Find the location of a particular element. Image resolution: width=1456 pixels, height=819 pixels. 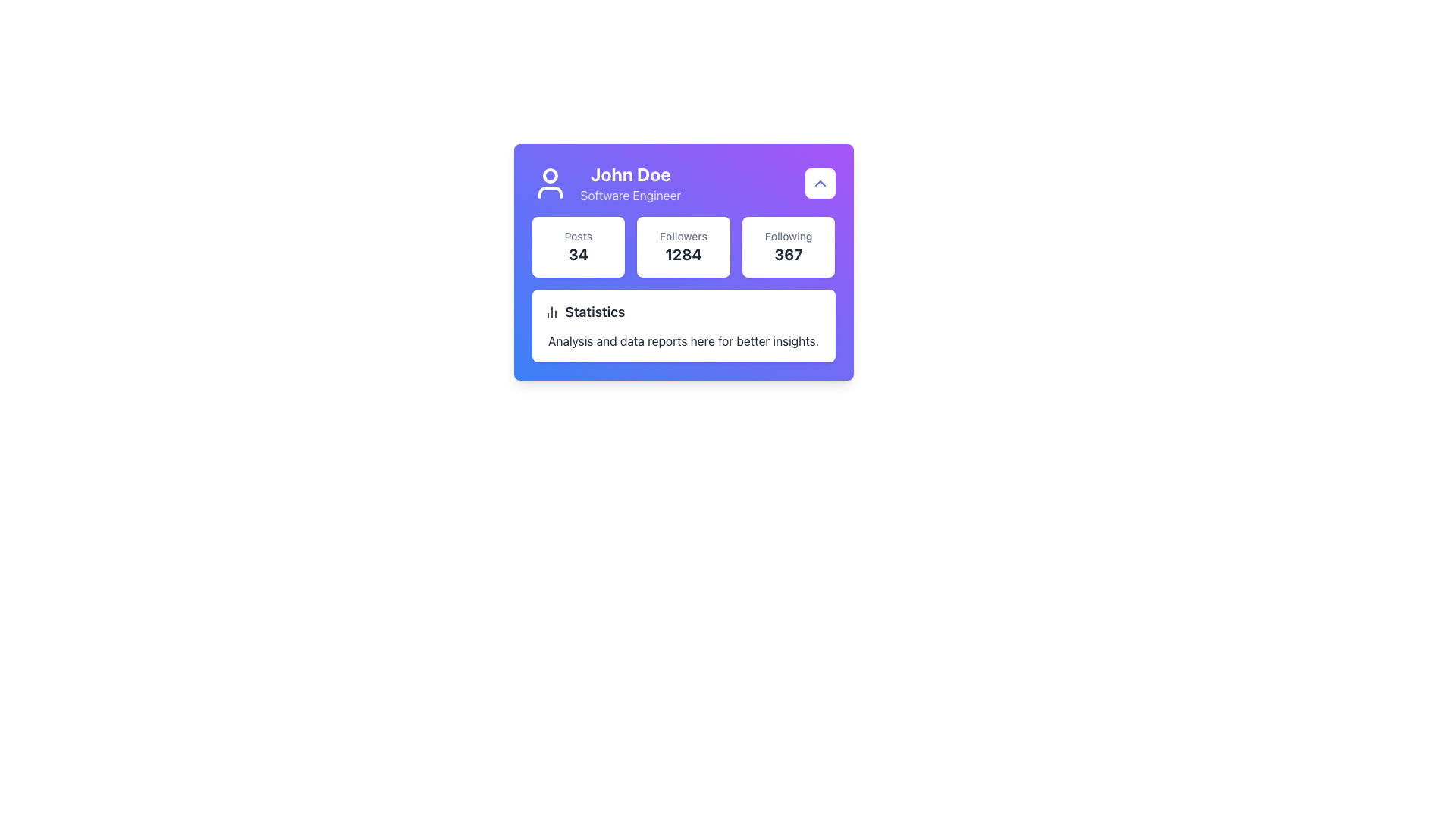

the upward-pointing chevron icon outlined in dark hue located at the top-right corner of the user's profile information card is located at coordinates (819, 183).